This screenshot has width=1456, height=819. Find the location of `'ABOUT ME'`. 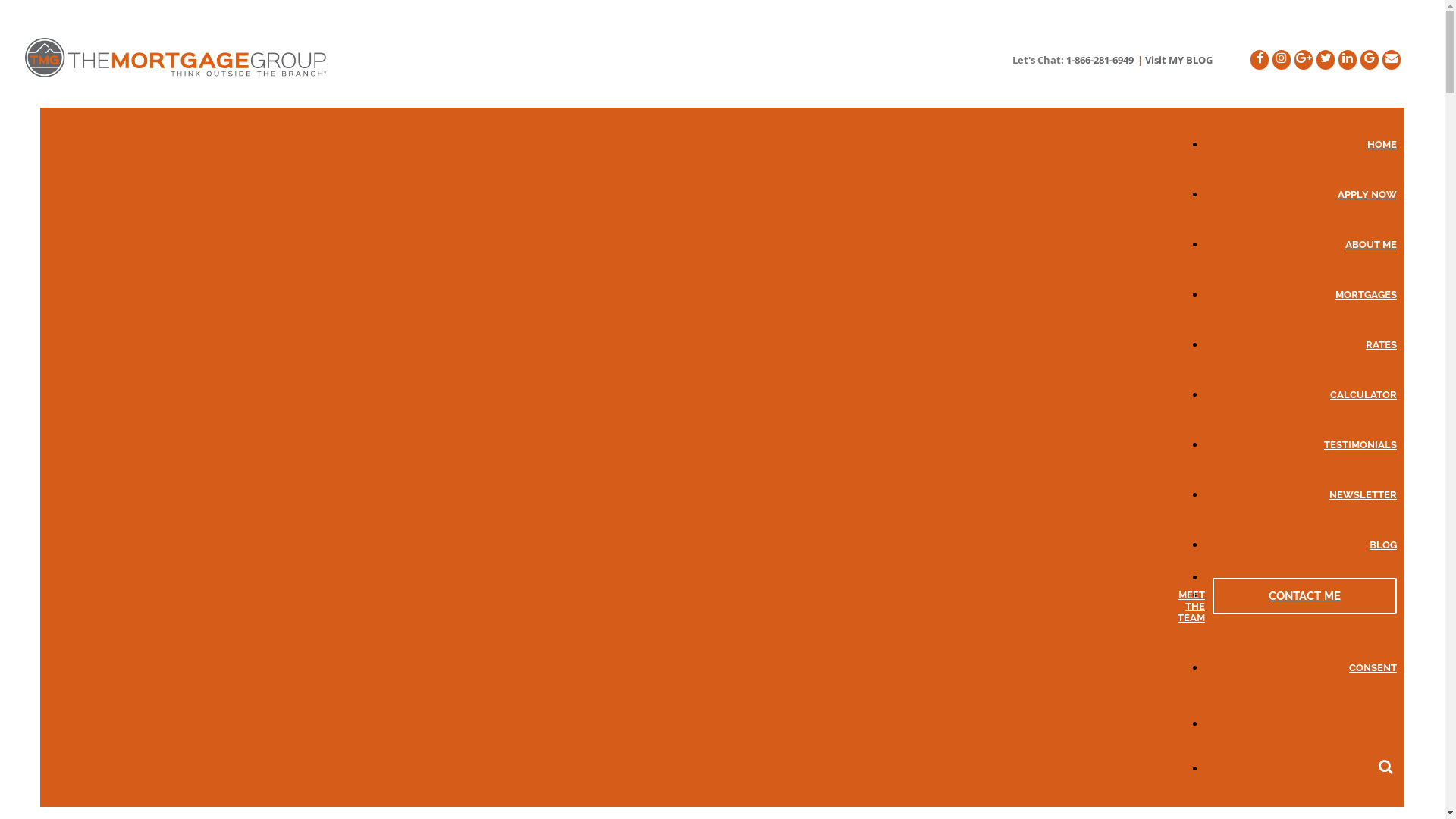

'ABOUT ME' is located at coordinates (1300, 241).